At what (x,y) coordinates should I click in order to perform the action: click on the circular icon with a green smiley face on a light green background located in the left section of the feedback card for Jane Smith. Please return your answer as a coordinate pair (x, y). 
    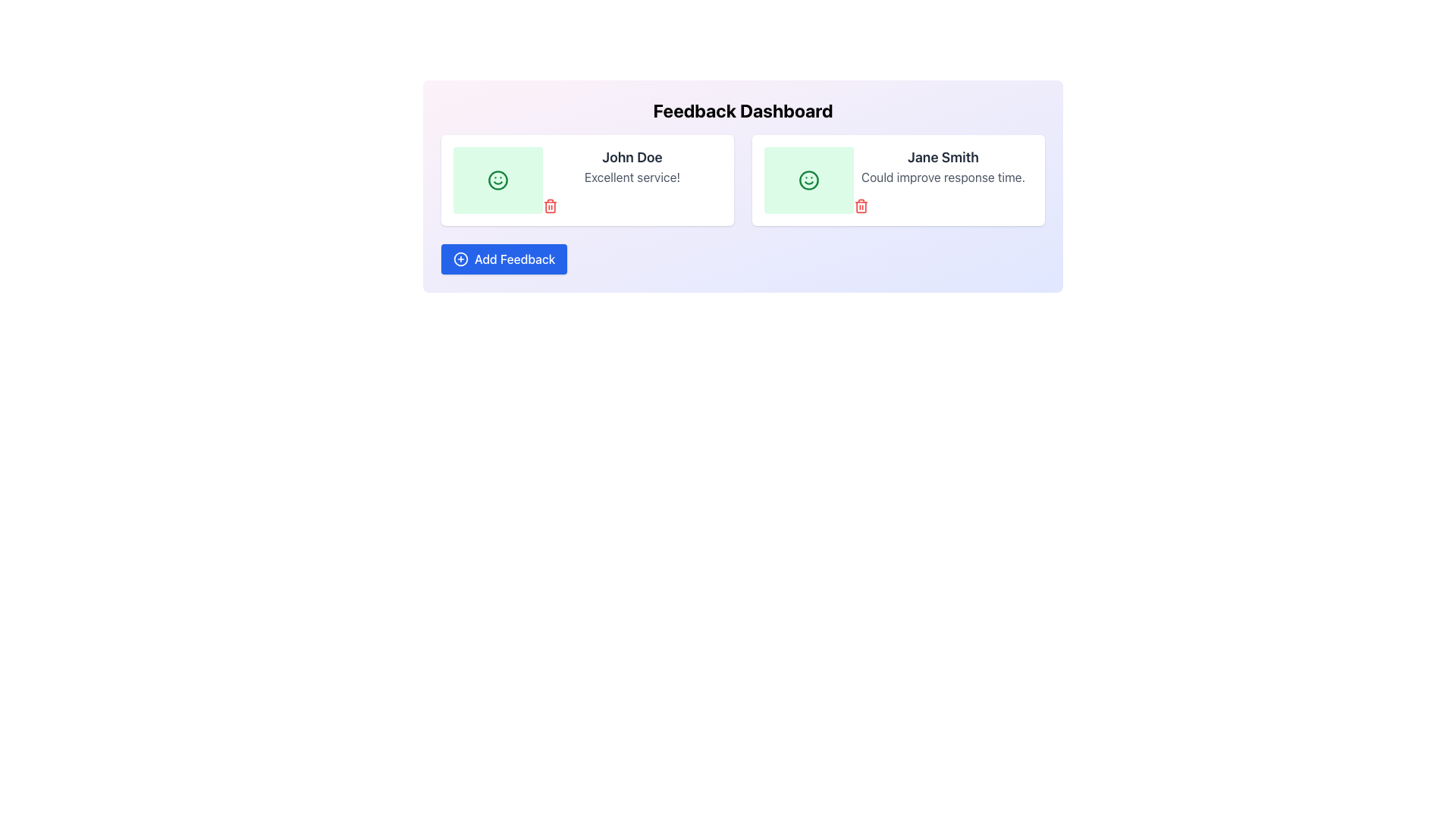
    Looking at the image, I should click on (808, 180).